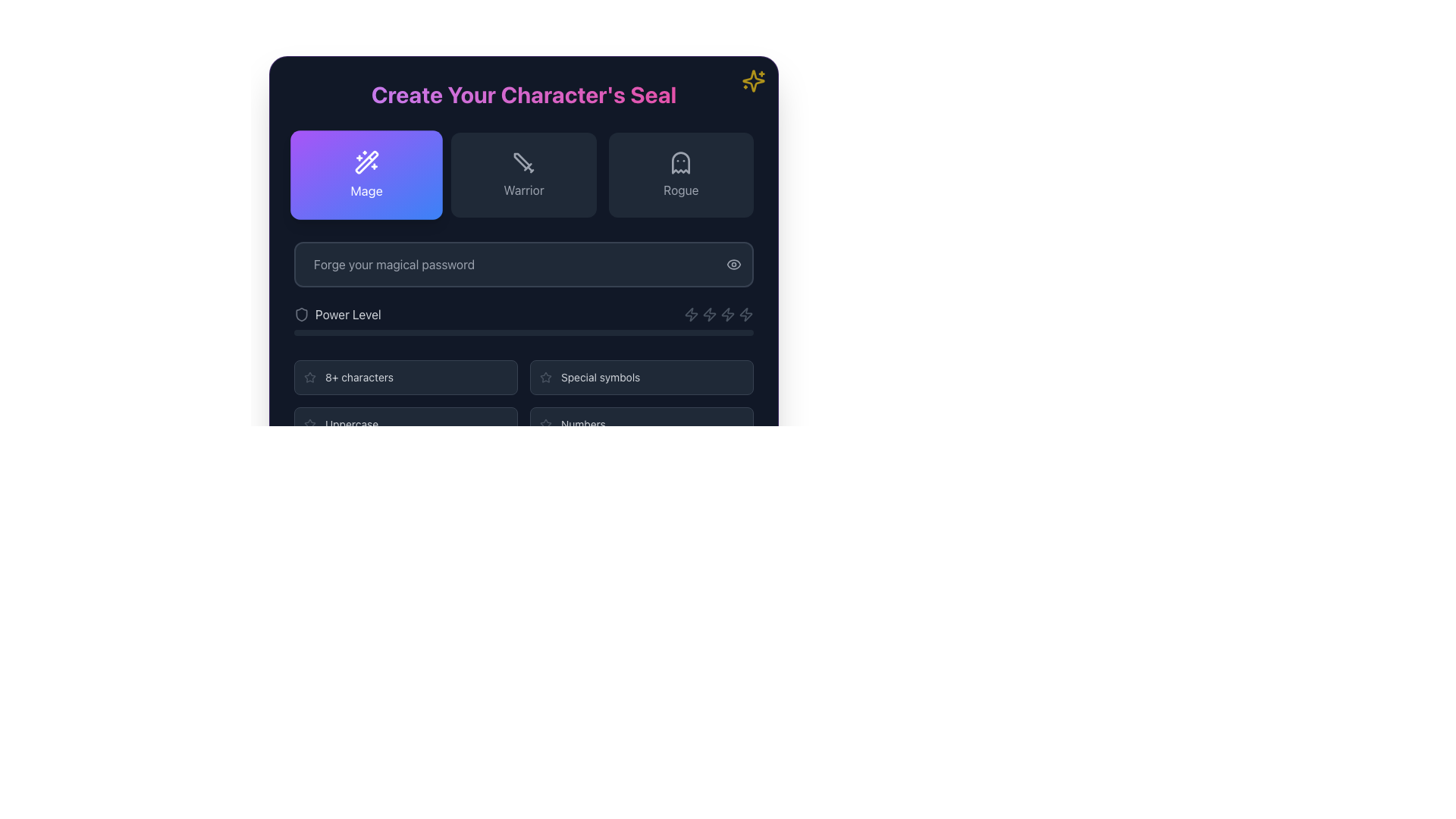 The width and height of the screenshot is (1456, 819). I want to click on the star icon with a hollow outline and rounded edges, which is positioned to the left of the 'Numbers' label in the lower section of the form interface, so click(546, 424).